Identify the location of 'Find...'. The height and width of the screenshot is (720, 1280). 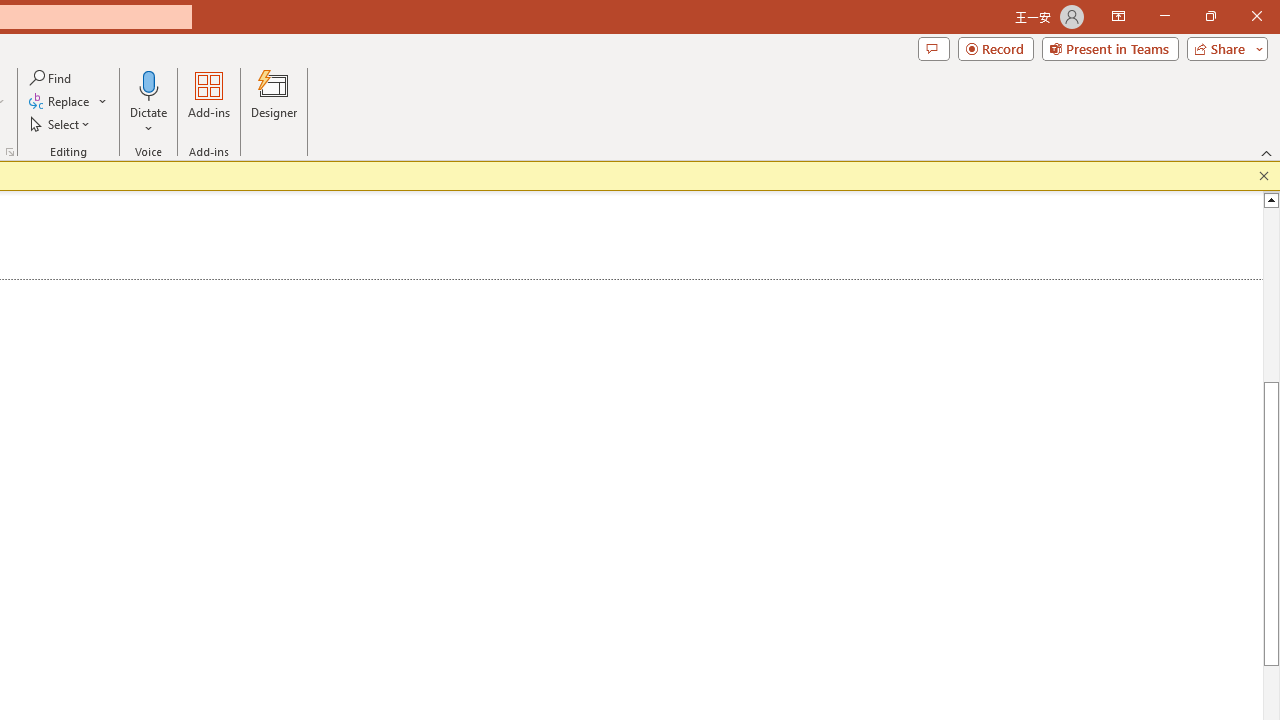
(51, 77).